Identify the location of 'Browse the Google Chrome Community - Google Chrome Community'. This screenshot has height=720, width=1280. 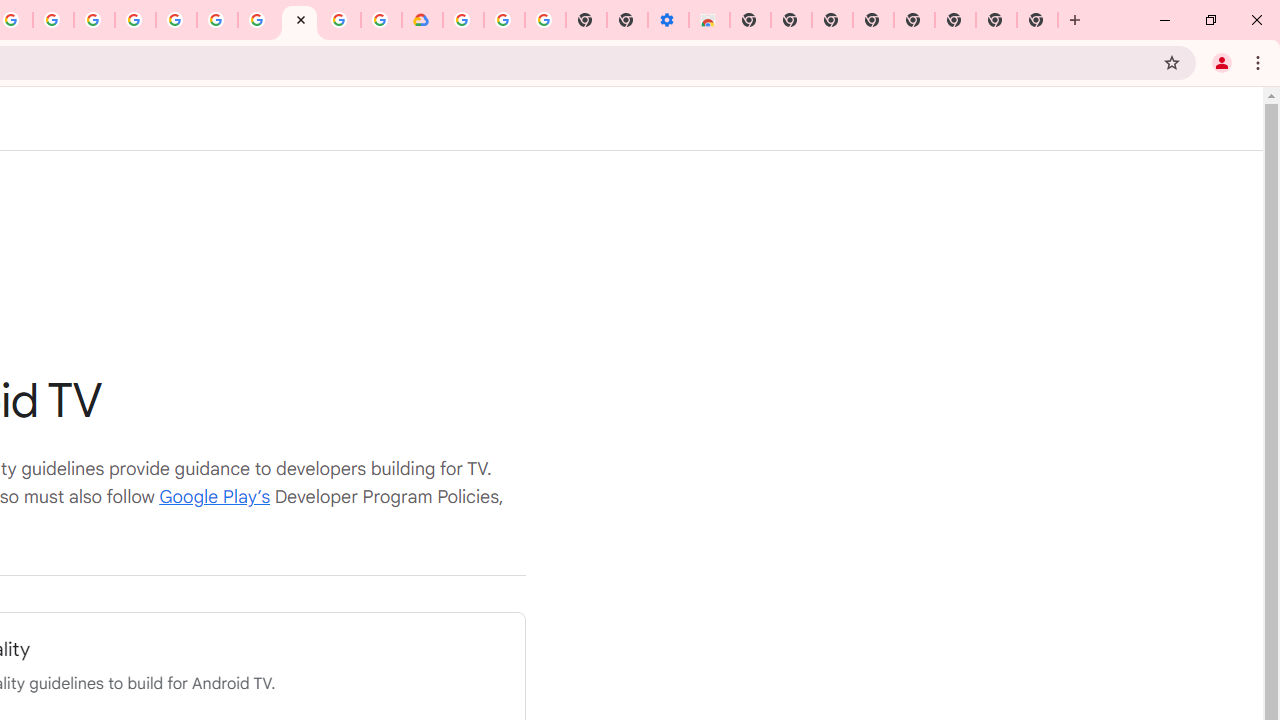
(381, 20).